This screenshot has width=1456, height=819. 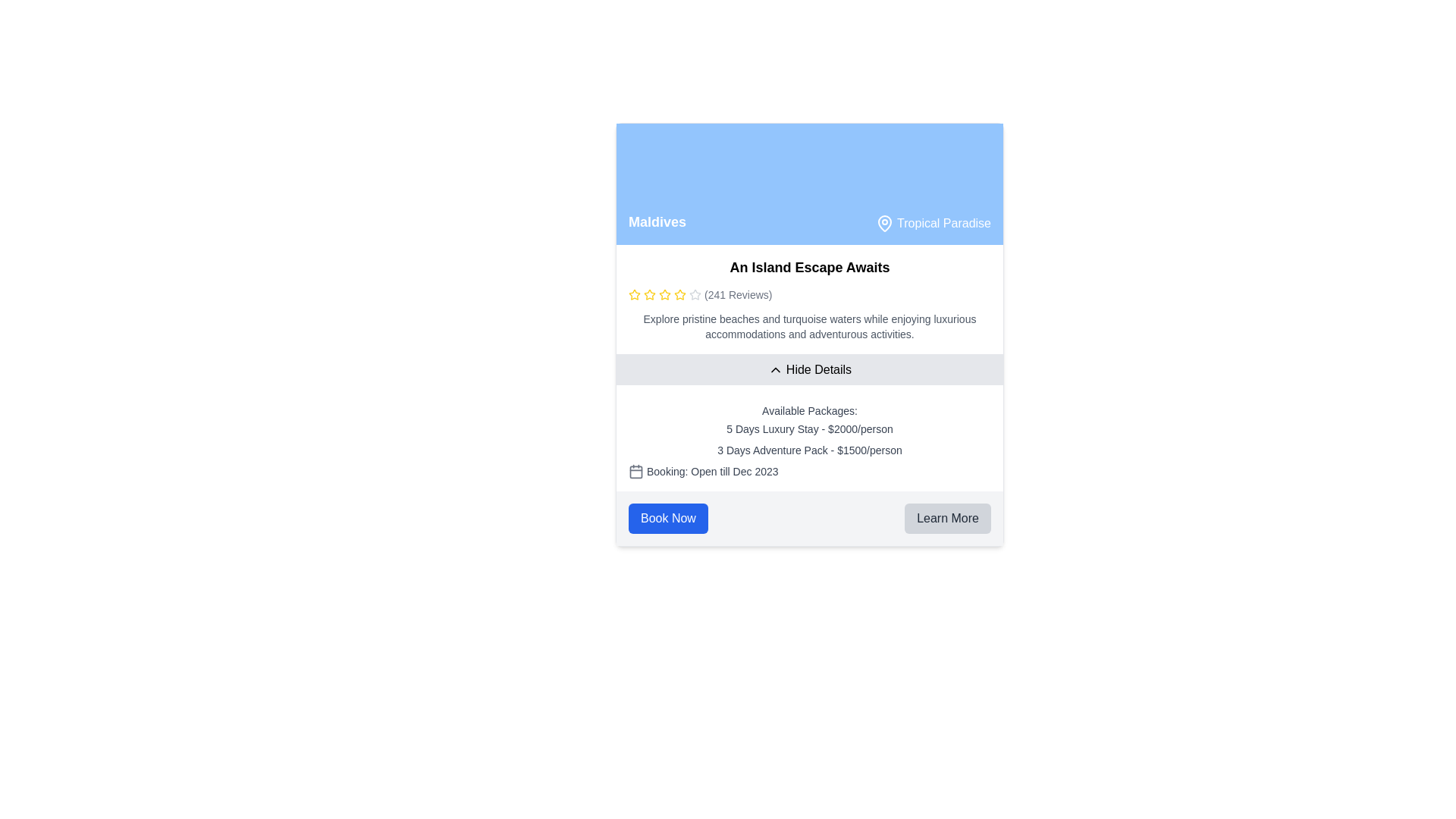 What do you see at coordinates (933, 223) in the screenshot?
I see `the label with the icon displaying 'Tropical Paradise', which is located at the bottom-right corner of a blue header section, adjacent to the text 'Maldives'` at bounding box center [933, 223].